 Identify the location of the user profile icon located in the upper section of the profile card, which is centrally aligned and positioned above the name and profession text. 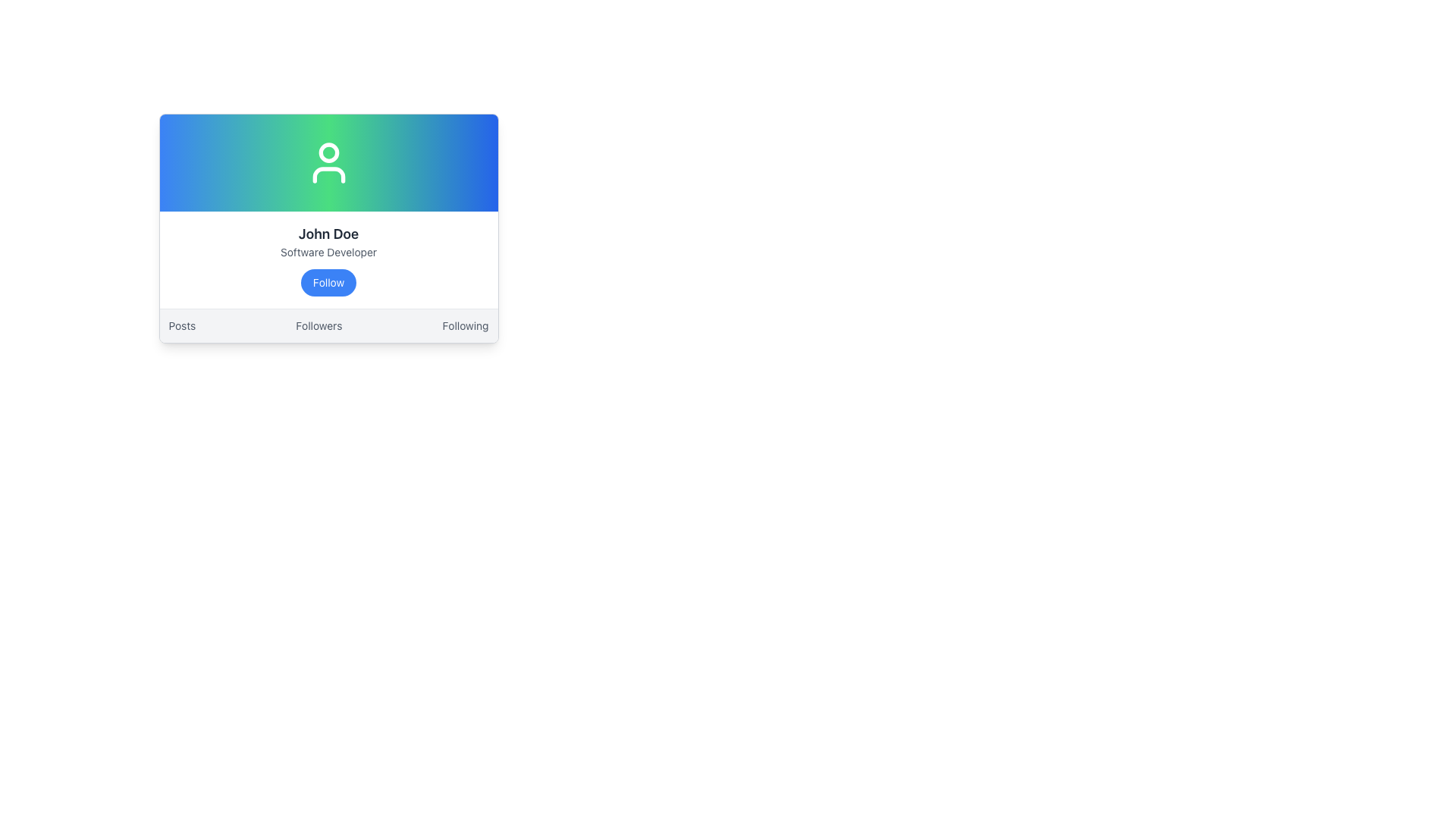
(328, 163).